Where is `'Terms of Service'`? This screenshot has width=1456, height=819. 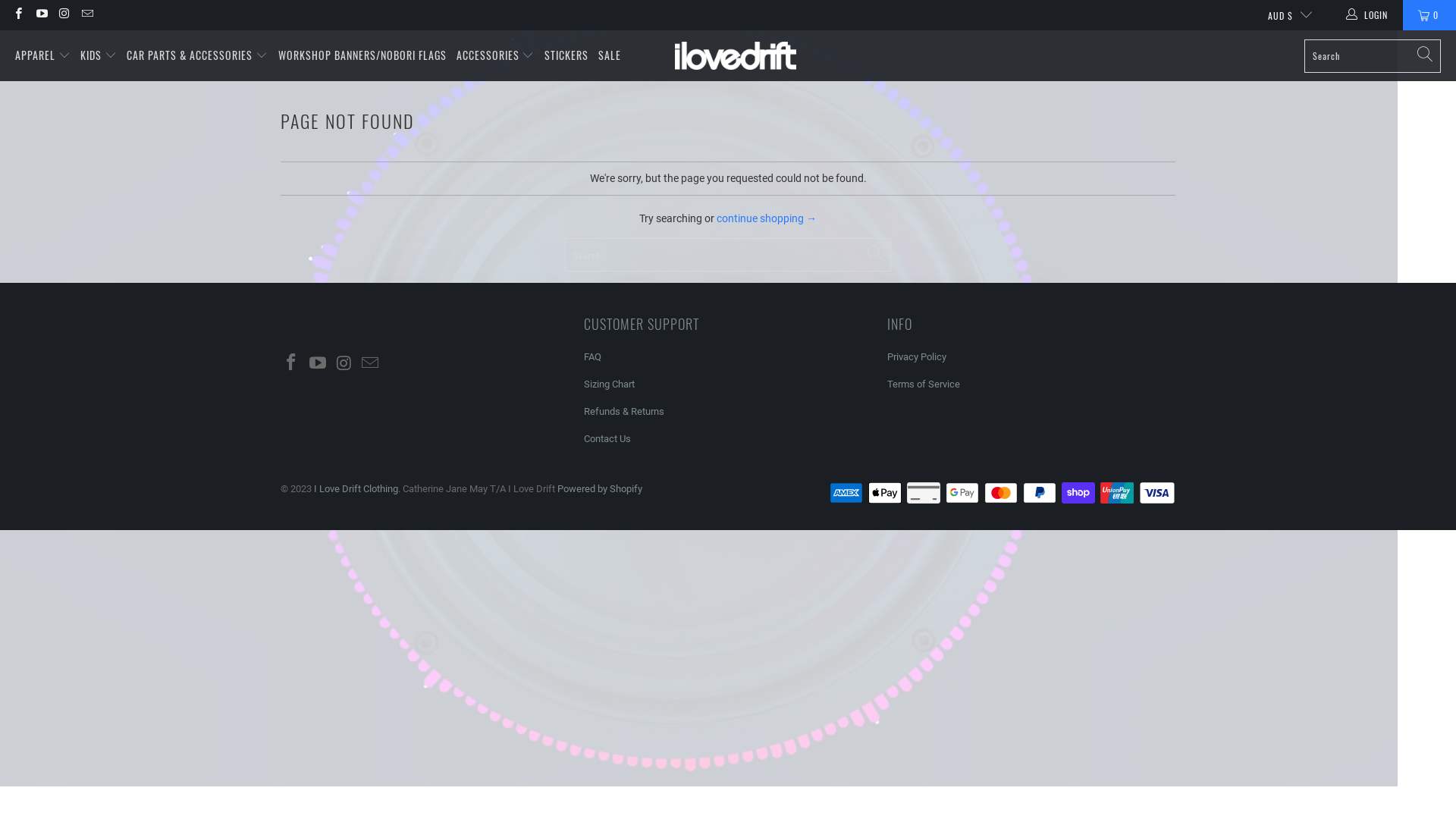
'Terms of Service' is located at coordinates (923, 383).